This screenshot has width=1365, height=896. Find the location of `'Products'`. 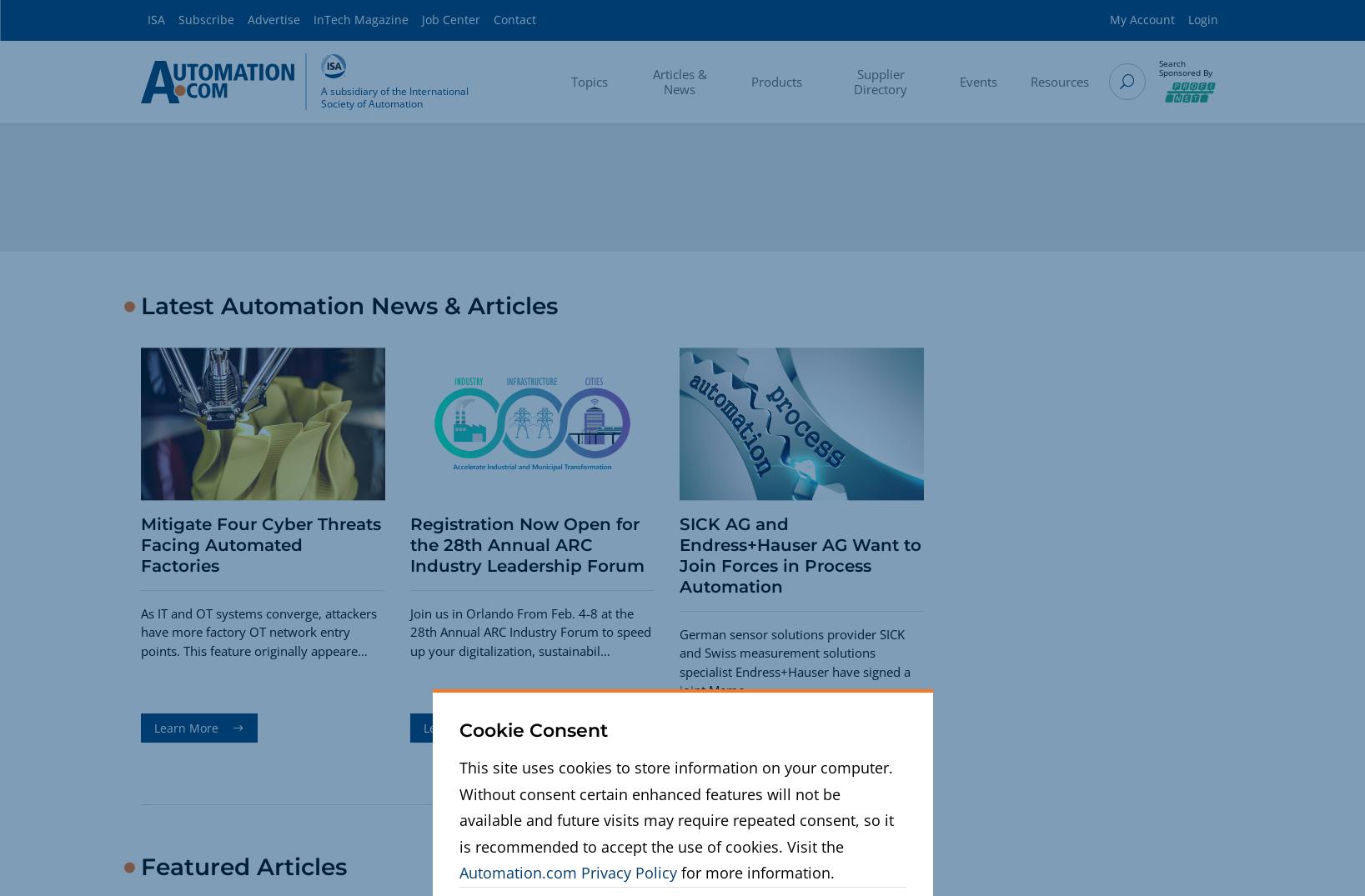

'Products' is located at coordinates (750, 81).